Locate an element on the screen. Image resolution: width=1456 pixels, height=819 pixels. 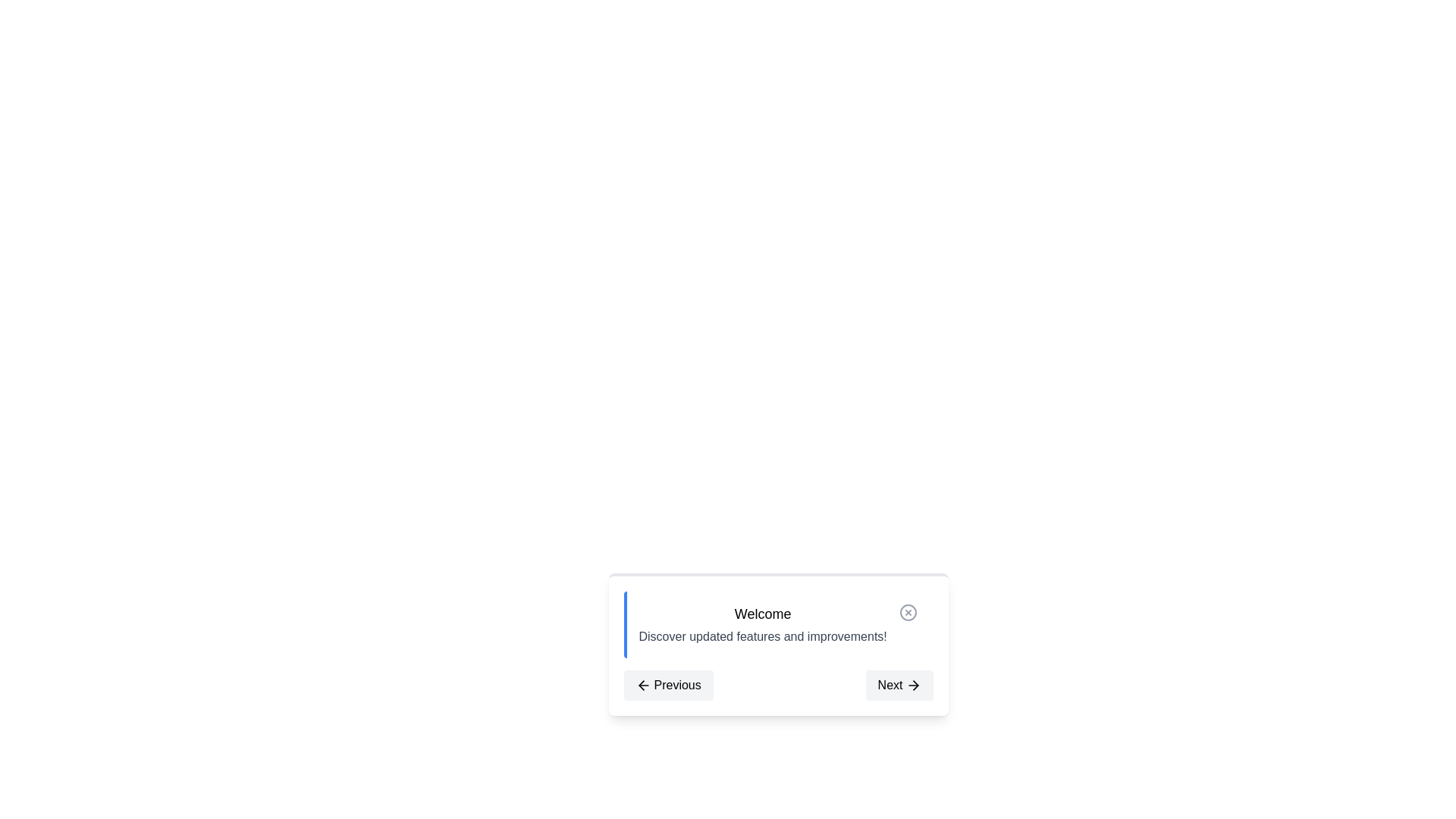
the 'Previous' button, which features bold black text on a light gray rounded rectangular background is located at coordinates (676, 685).